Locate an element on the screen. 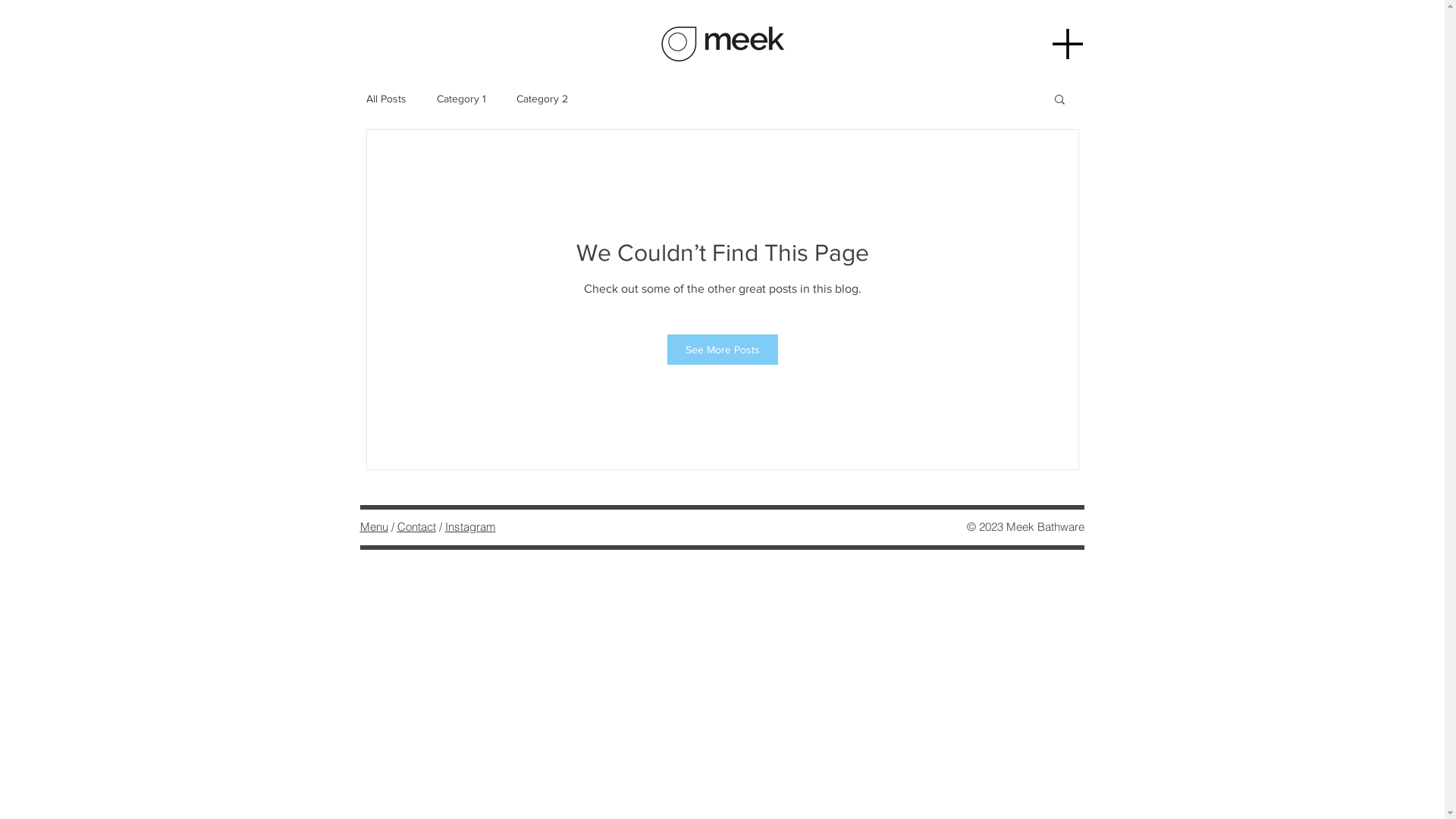 This screenshot has height=819, width=1456. 'See More Posts' is located at coordinates (722, 350).